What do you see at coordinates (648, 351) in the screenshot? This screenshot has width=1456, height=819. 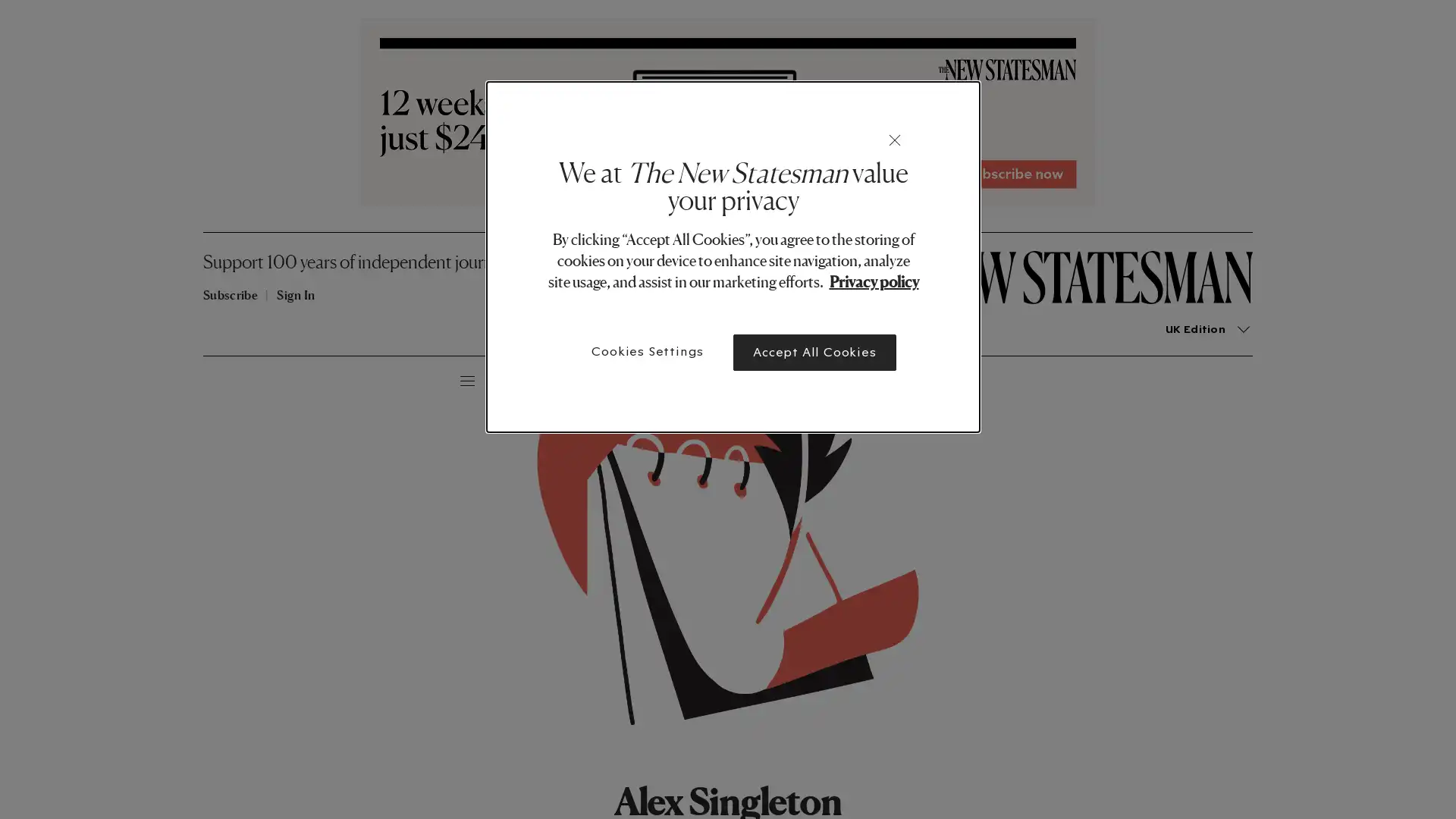 I see `Cookies Settings` at bounding box center [648, 351].